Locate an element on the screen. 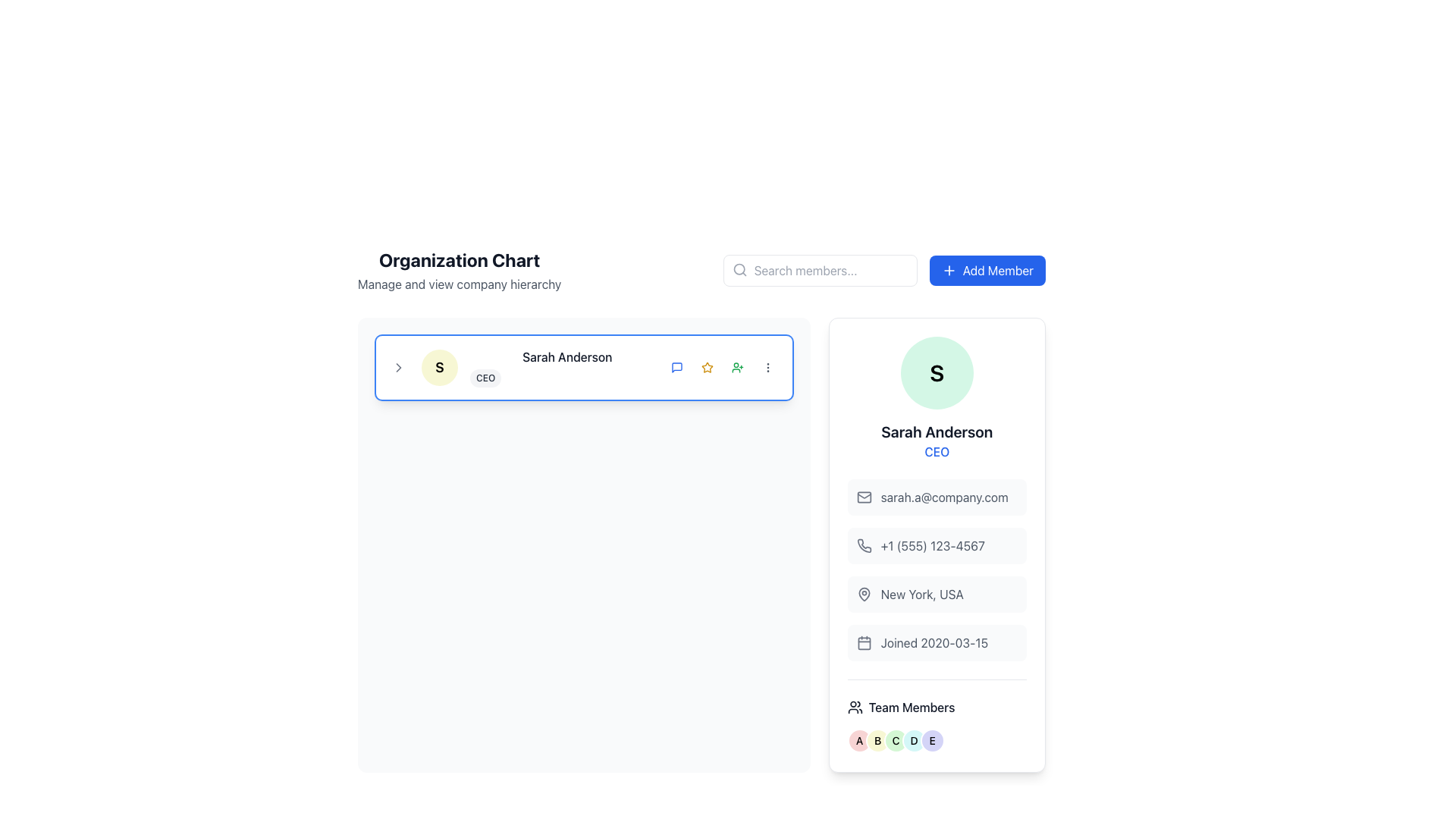 The image size is (1456, 819). the small rectangular badge with rounded corners that has a light gray background and dark gray text reading 'CEO', located near Sarah Anderson's name is located at coordinates (485, 377).